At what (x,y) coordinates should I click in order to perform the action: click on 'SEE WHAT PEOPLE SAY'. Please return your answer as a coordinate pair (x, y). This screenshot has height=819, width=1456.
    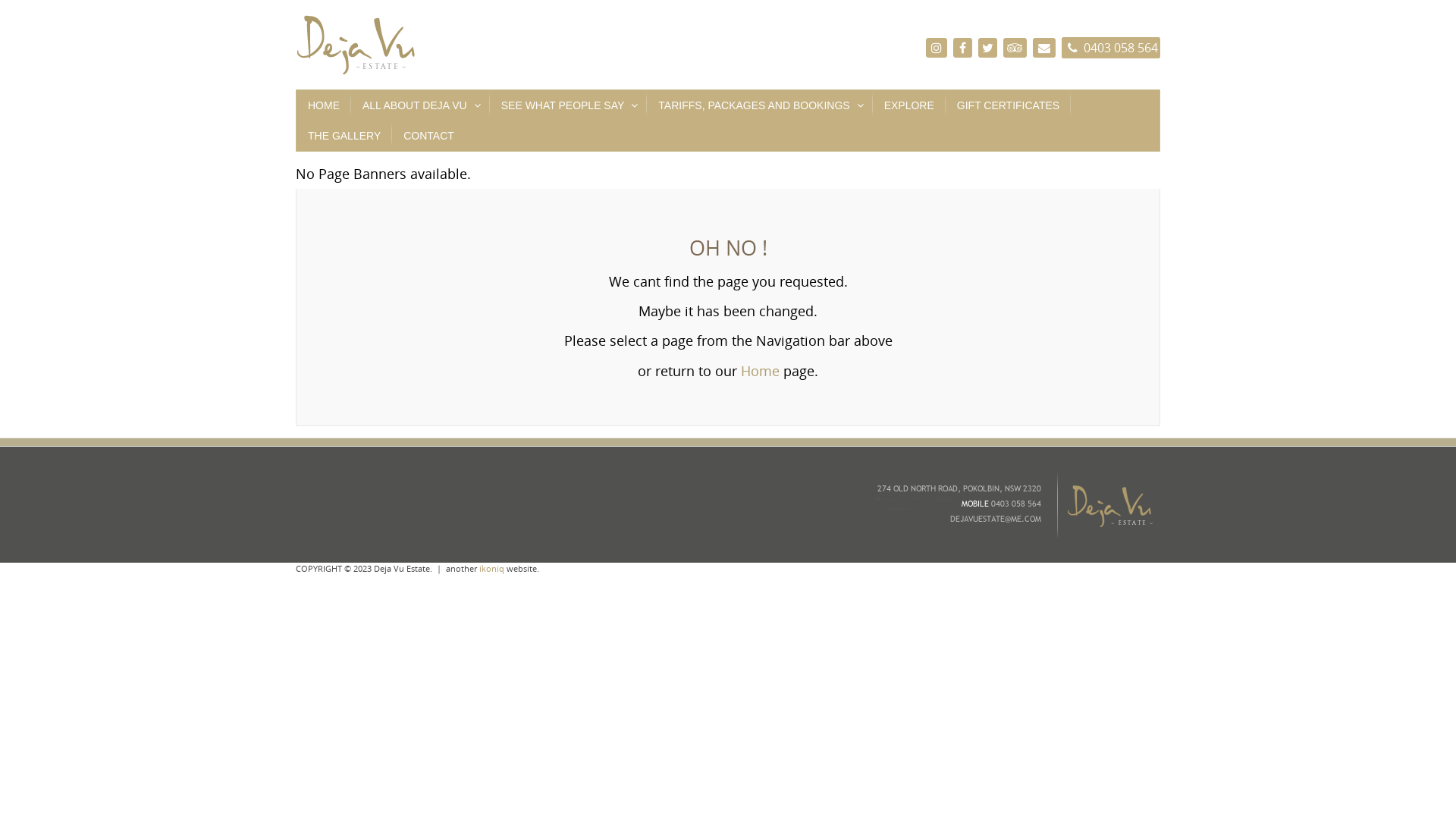
    Looking at the image, I should click on (567, 104).